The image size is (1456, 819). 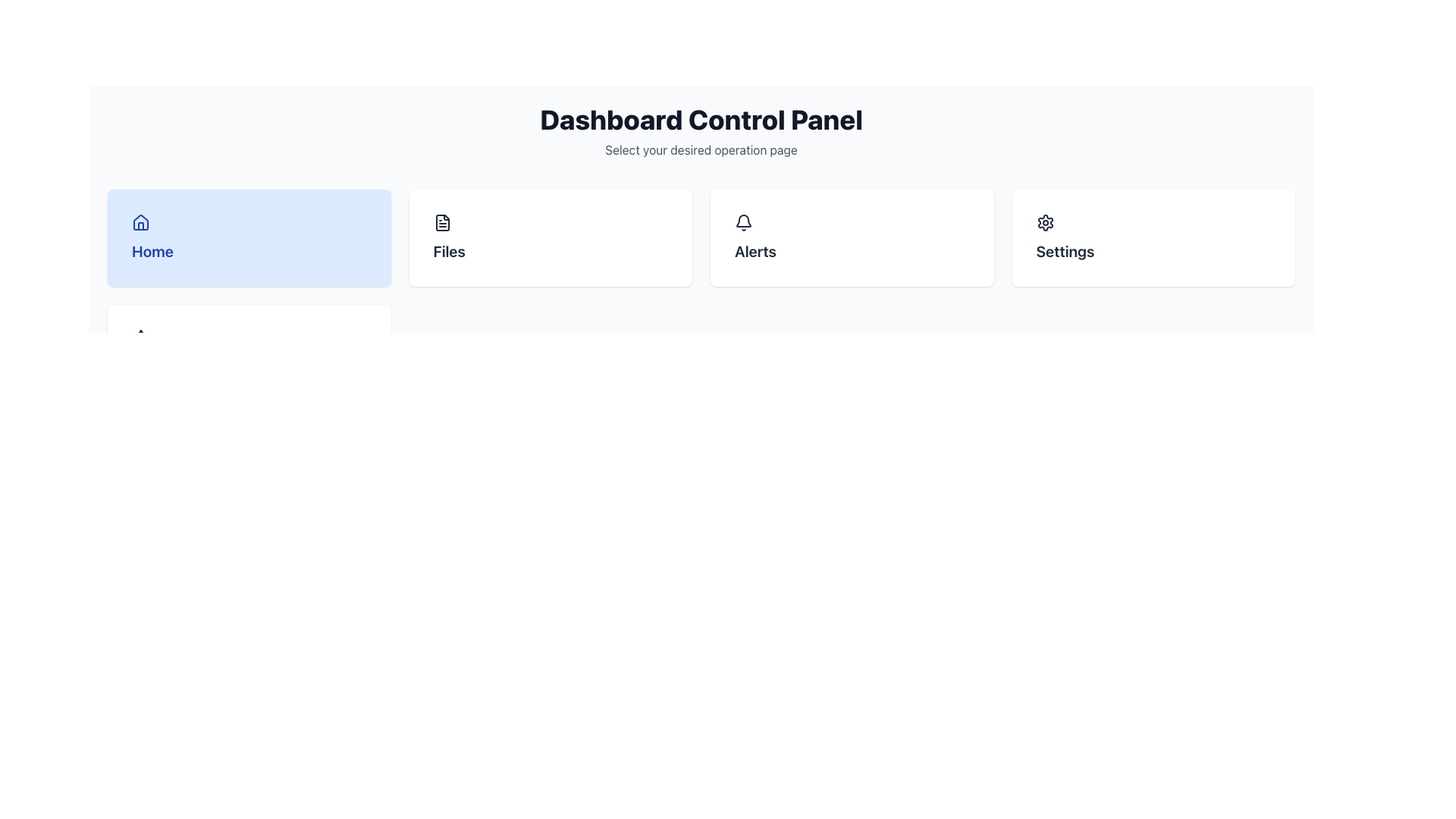 What do you see at coordinates (141, 337) in the screenshot?
I see `the star icon located in the lower-left portion of the interface, beneath the navigation options like 'Home' and 'Files', which serves as a decorative element possibly for marking favorites or providing visual feedback` at bounding box center [141, 337].